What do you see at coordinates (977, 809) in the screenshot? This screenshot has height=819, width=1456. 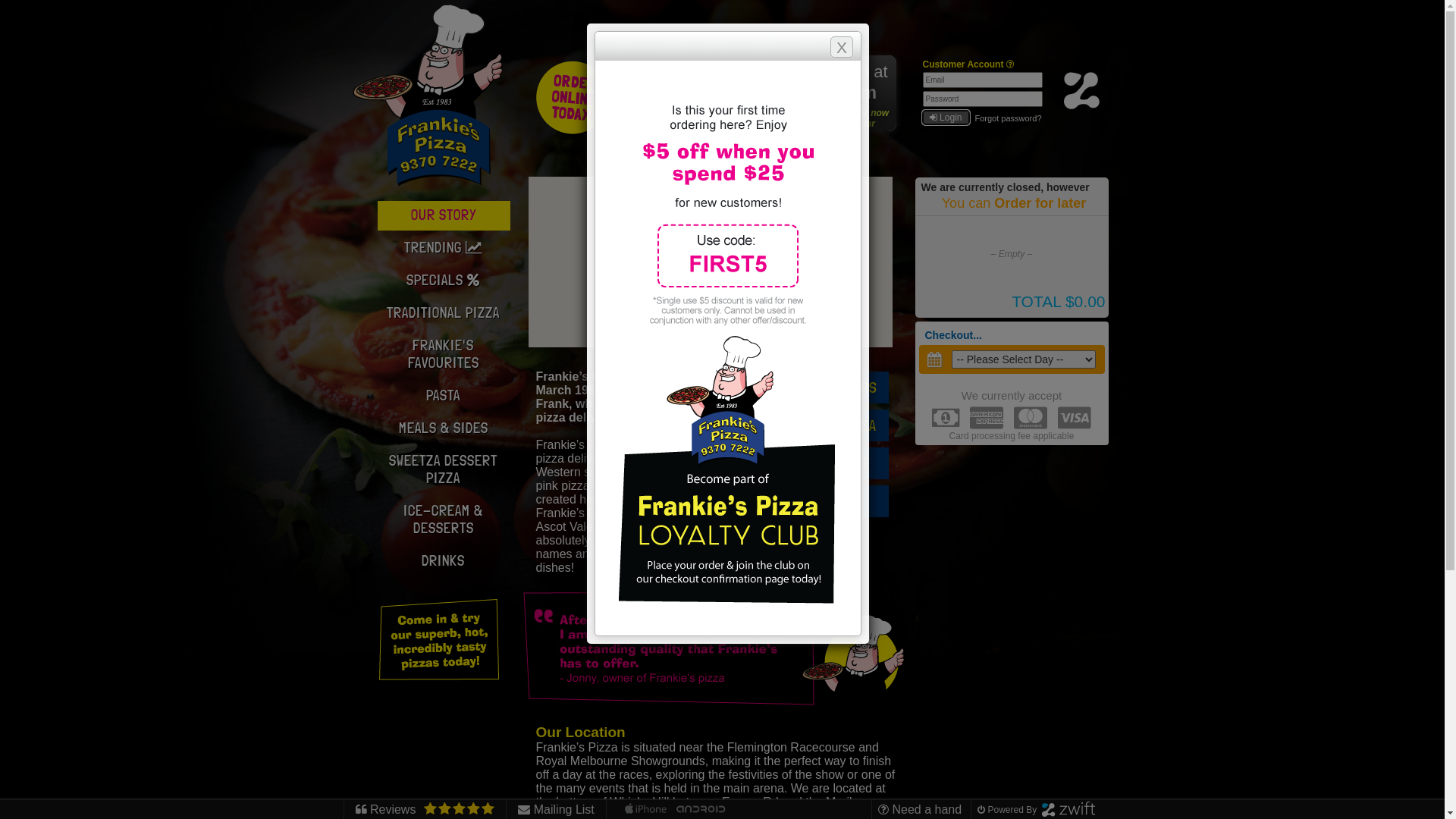 I see `'Powered By'` at bounding box center [977, 809].